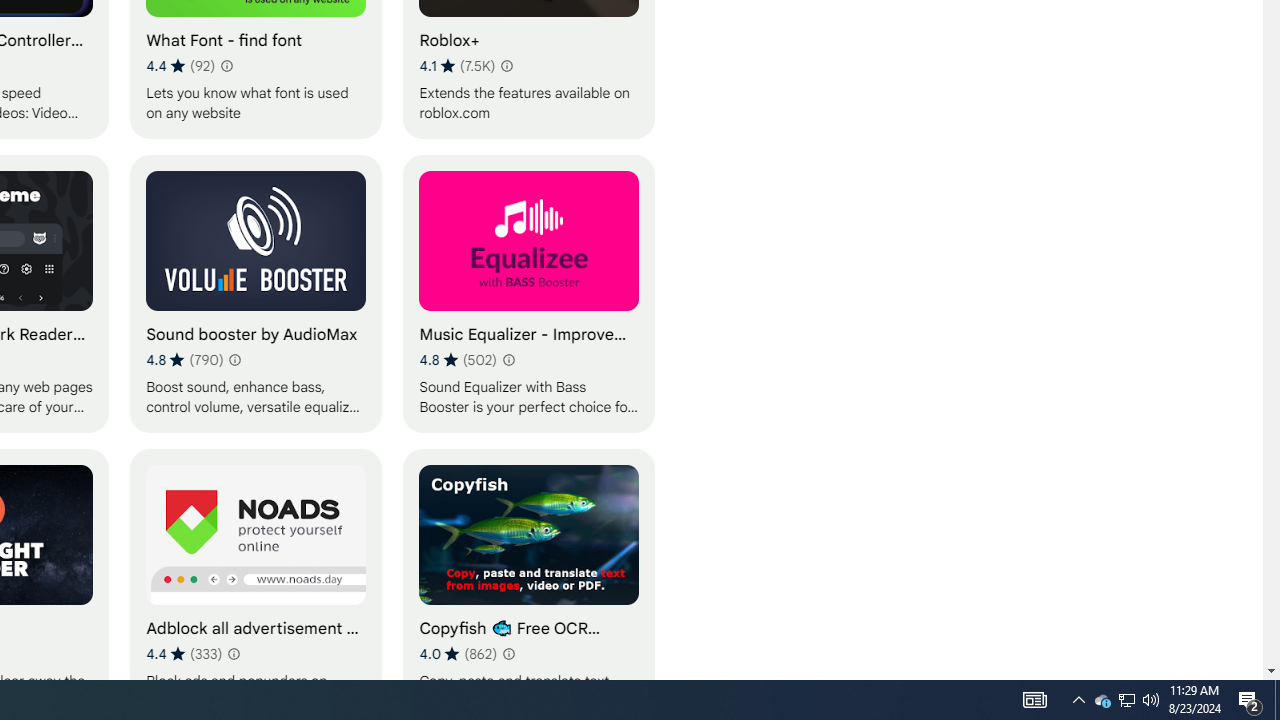 The width and height of the screenshot is (1280, 720). What do you see at coordinates (456, 65) in the screenshot?
I see `'Average rating 4.1 out of 5 stars. 7.5K ratings.'` at bounding box center [456, 65].